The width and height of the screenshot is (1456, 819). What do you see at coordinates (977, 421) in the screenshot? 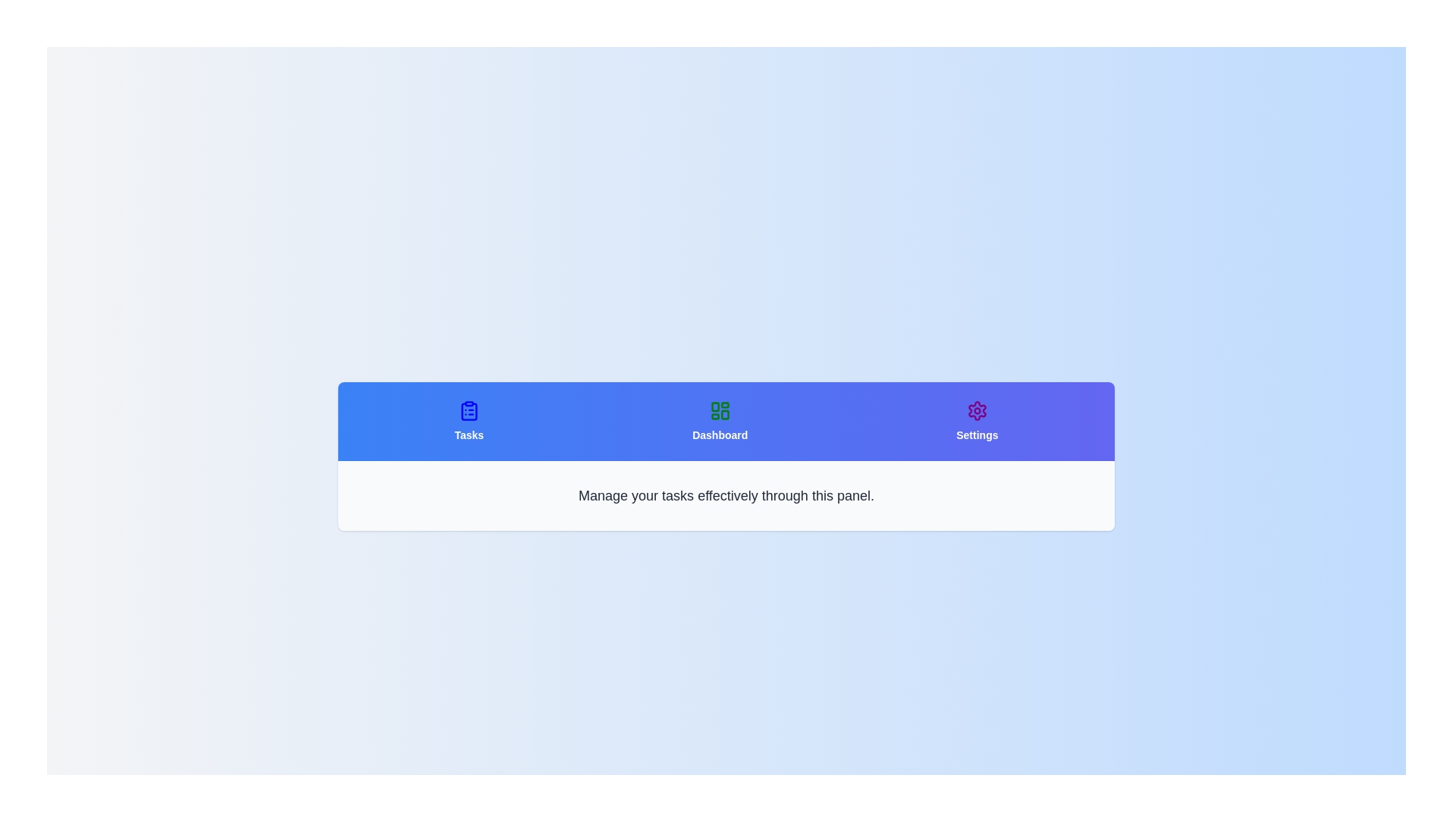
I see `the Settings tab to activate its content` at bounding box center [977, 421].